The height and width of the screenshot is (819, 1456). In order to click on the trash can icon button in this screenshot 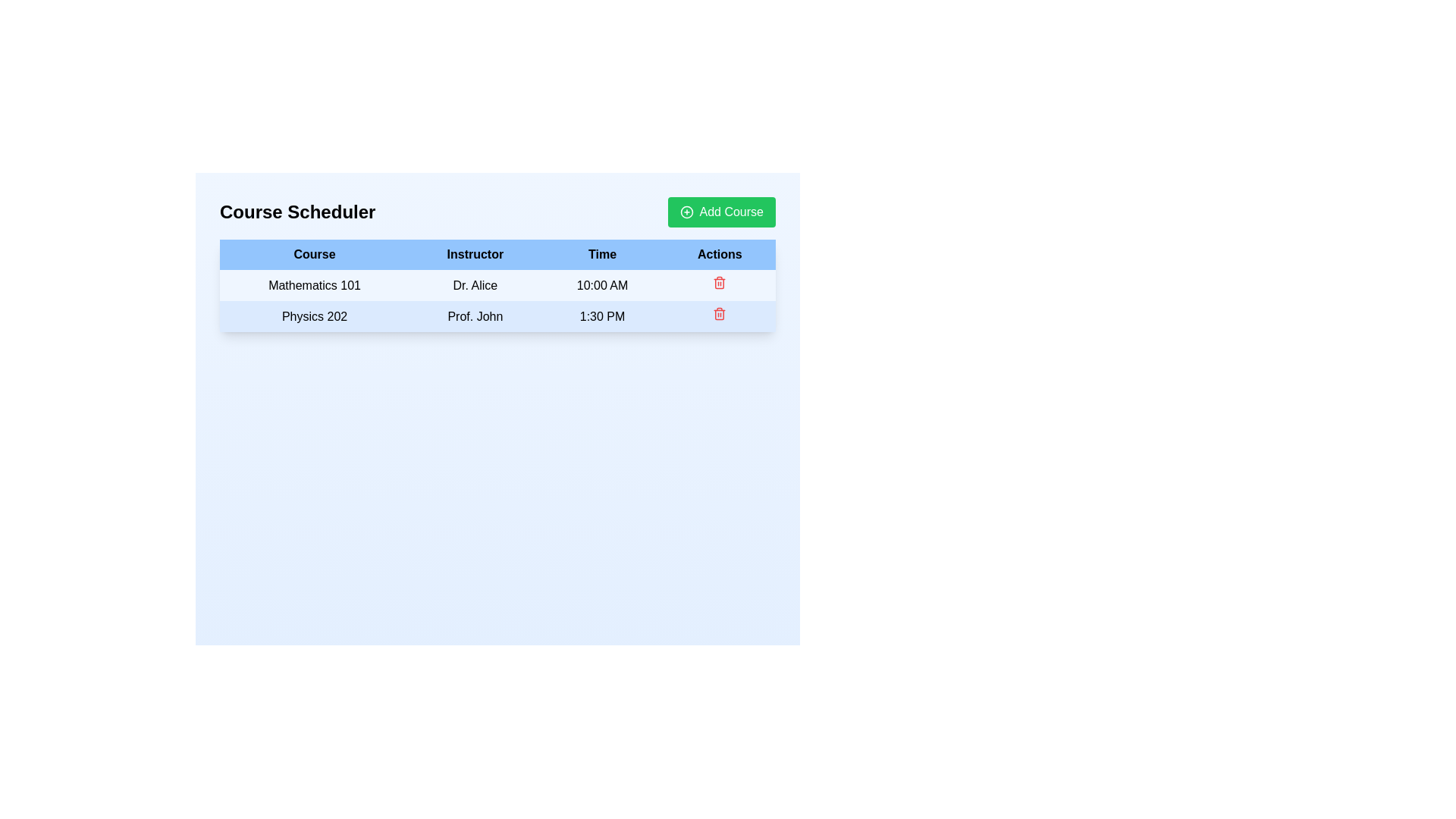, I will do `click(719, 315)`.